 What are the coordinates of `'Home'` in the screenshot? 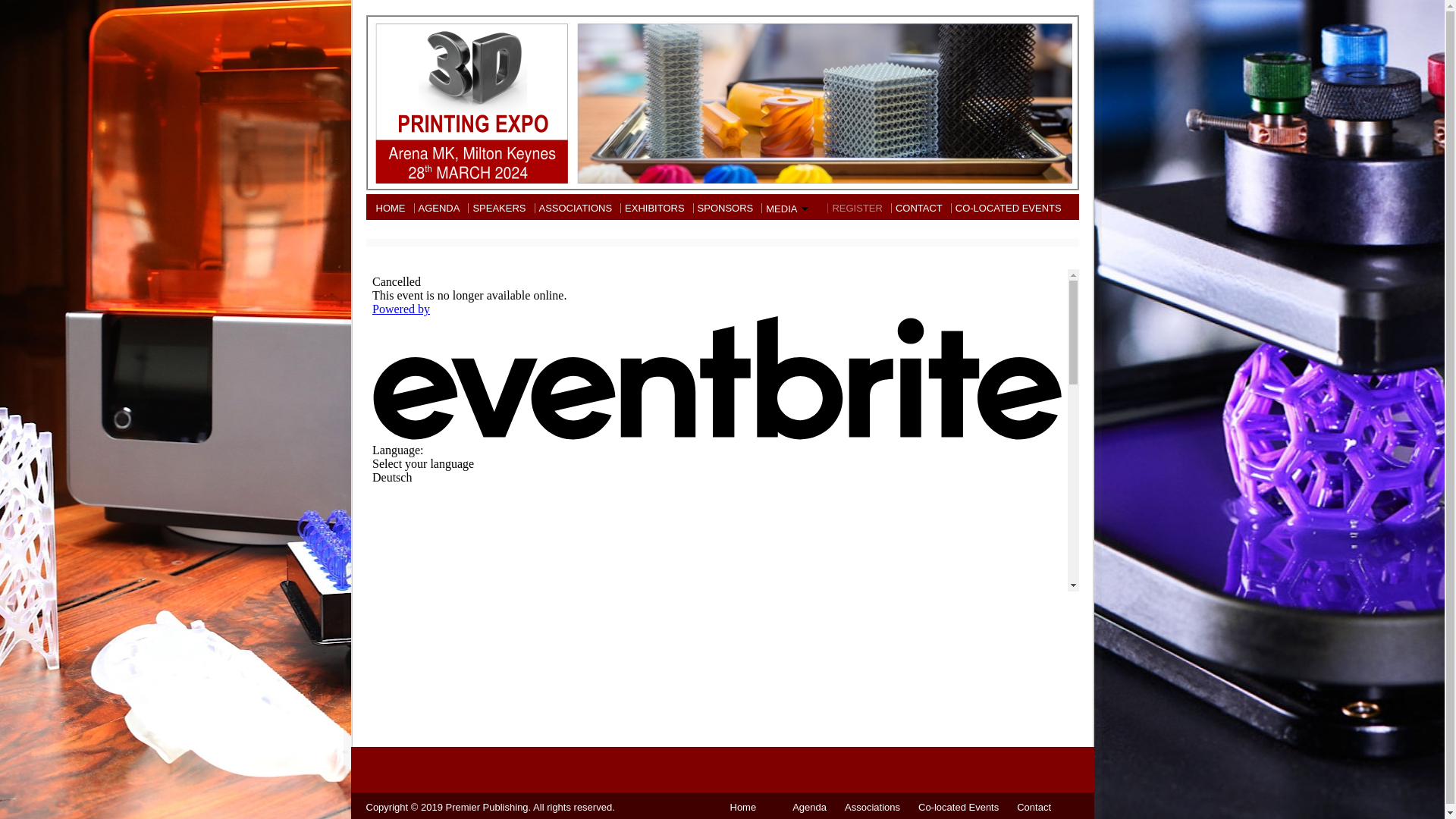 It's located at (742, 806).